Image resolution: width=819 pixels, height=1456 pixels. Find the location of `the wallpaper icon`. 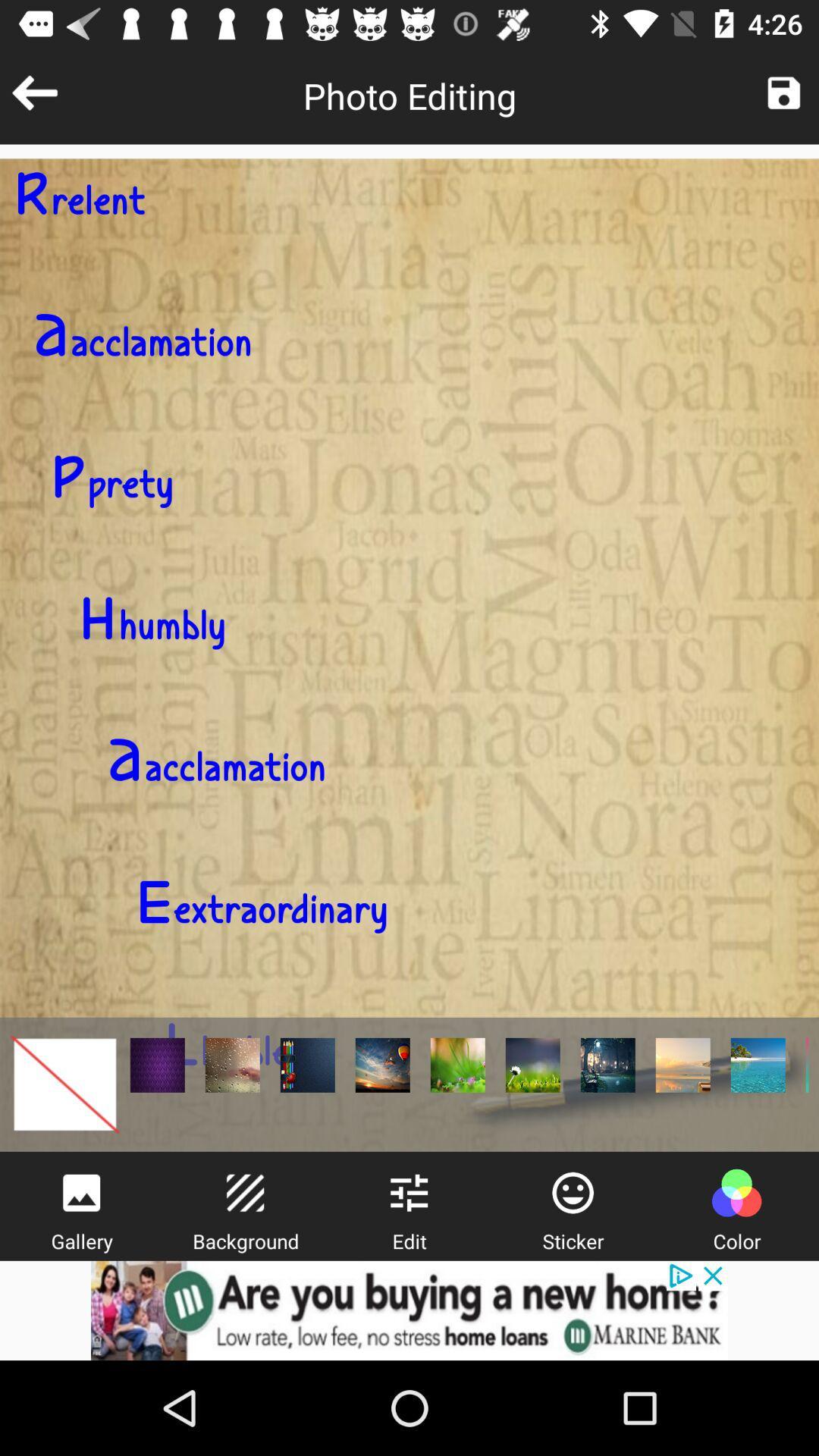

the wallpaper icon is located at coordinates (81, 1192).